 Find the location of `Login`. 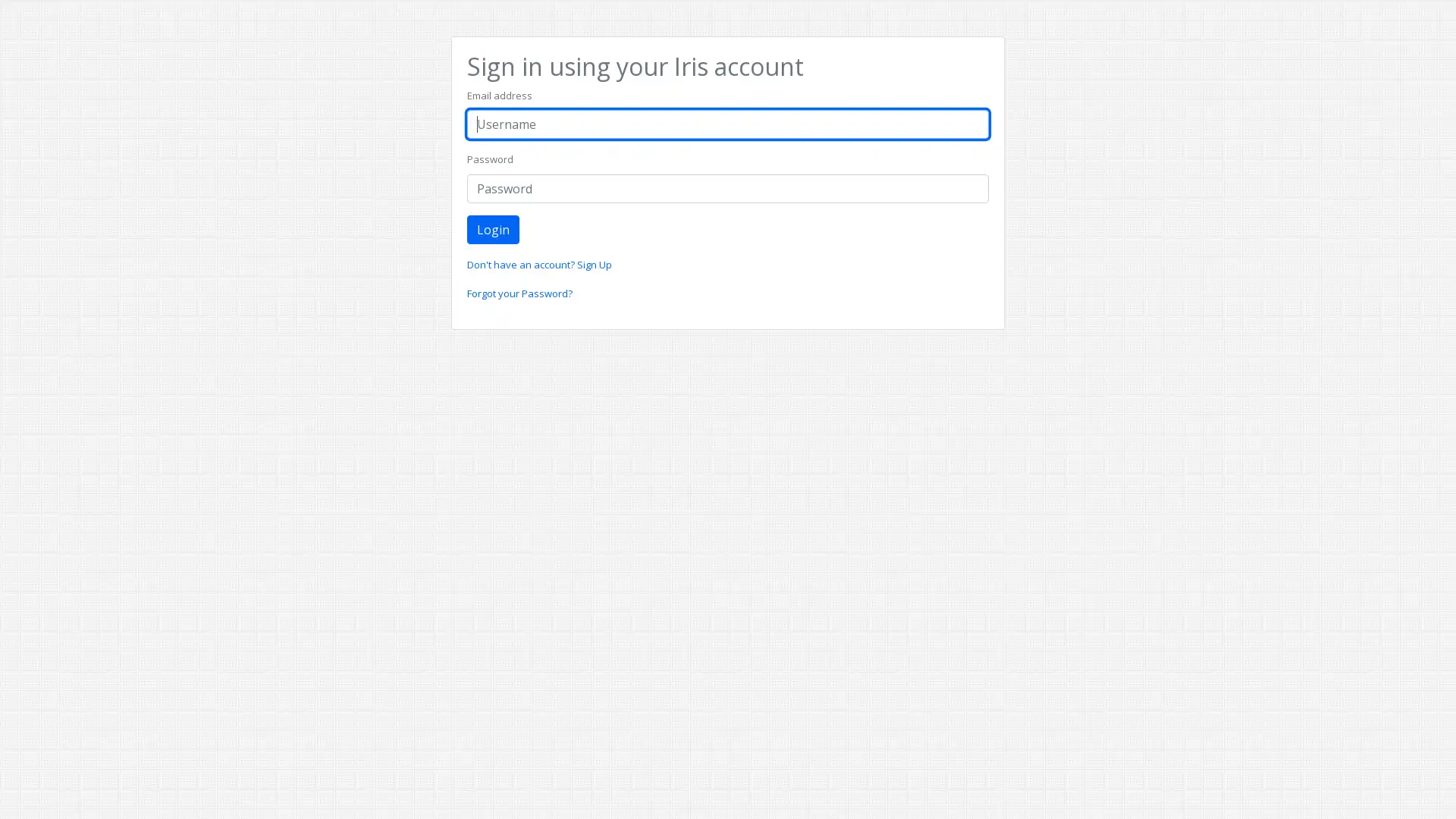

Login is located at coordinates (493, 228).